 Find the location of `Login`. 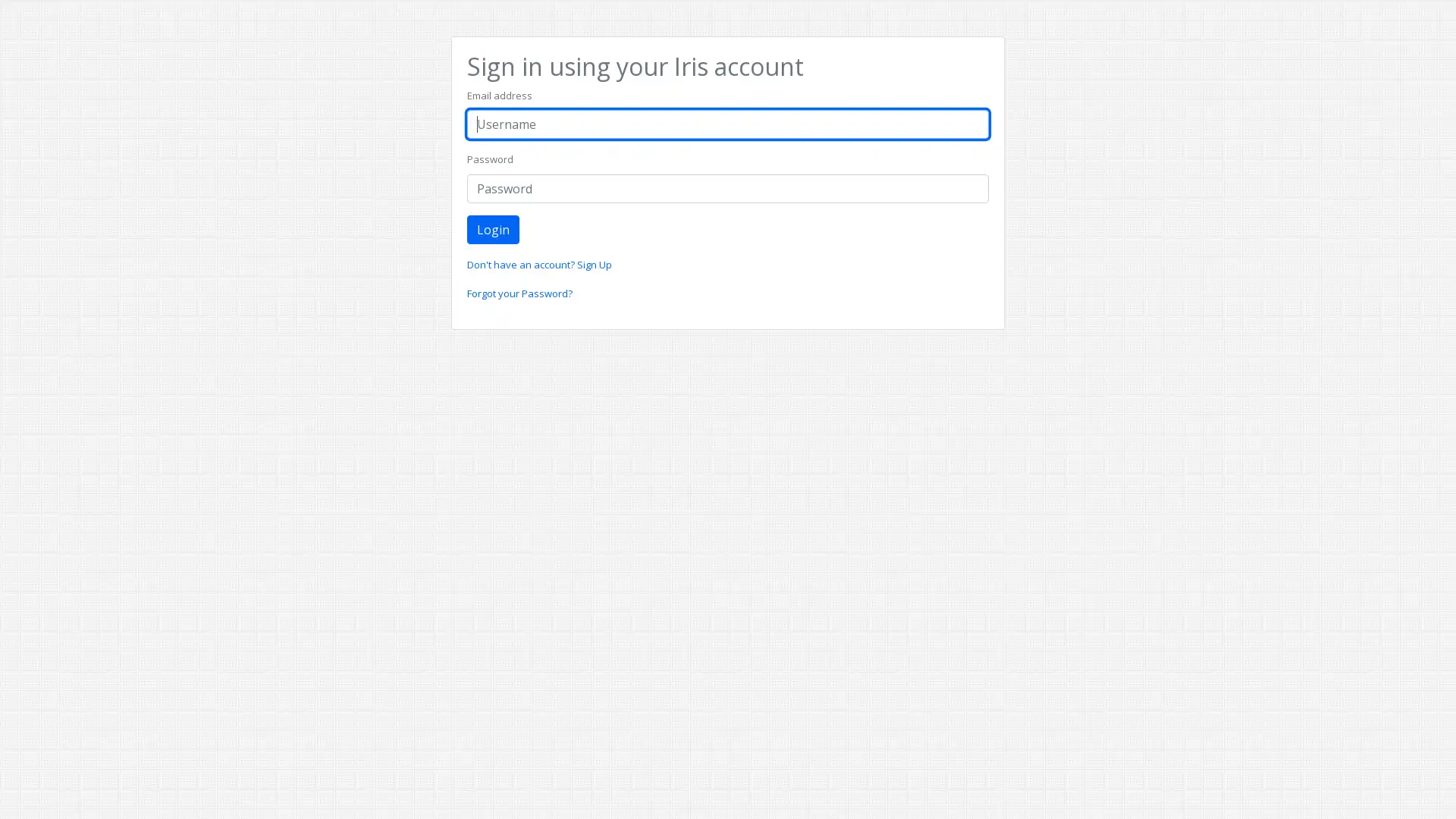

Login is located at coordinates (493, 228).